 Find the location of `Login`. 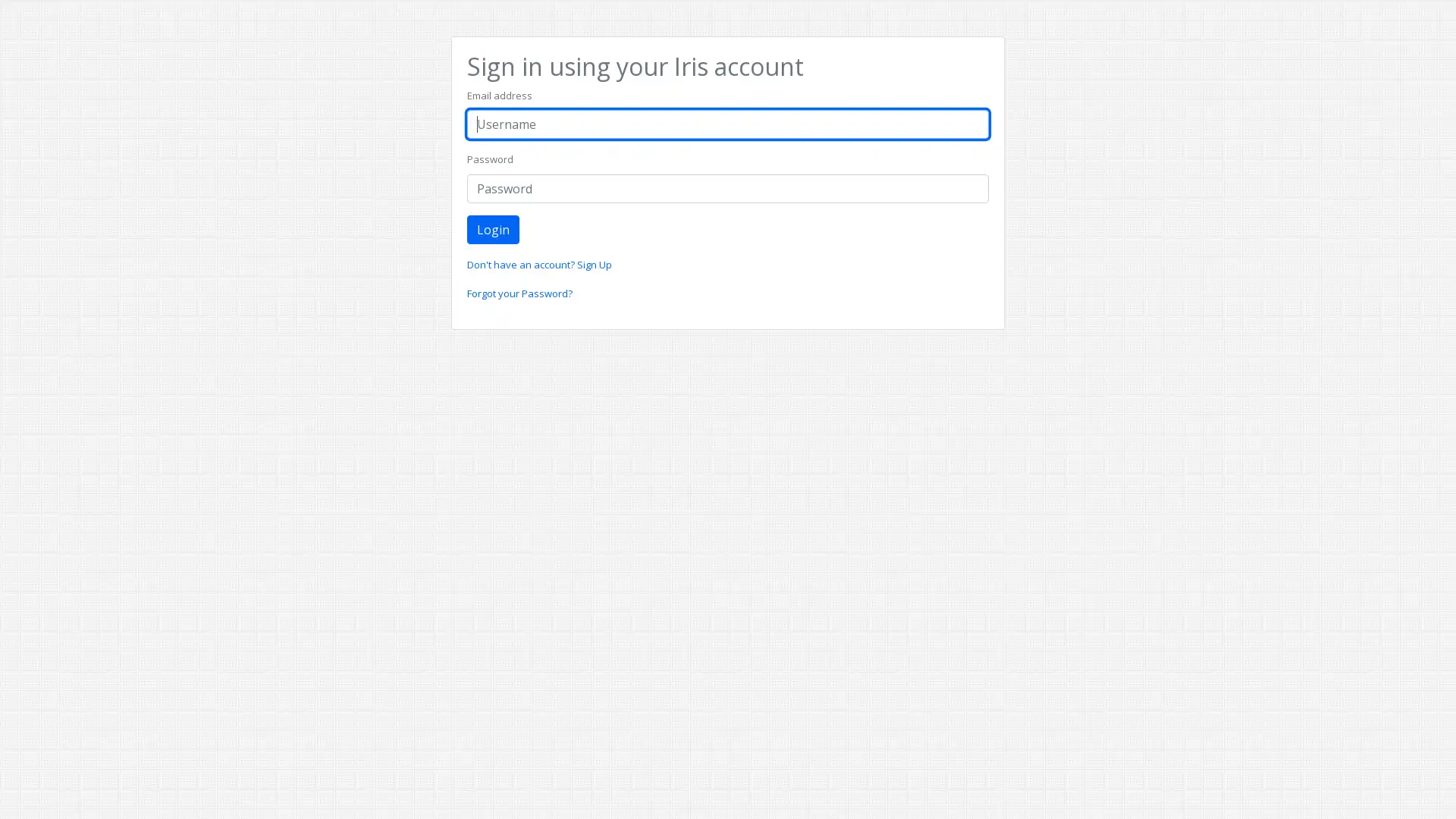

Login is located at coordinates (493, 228).